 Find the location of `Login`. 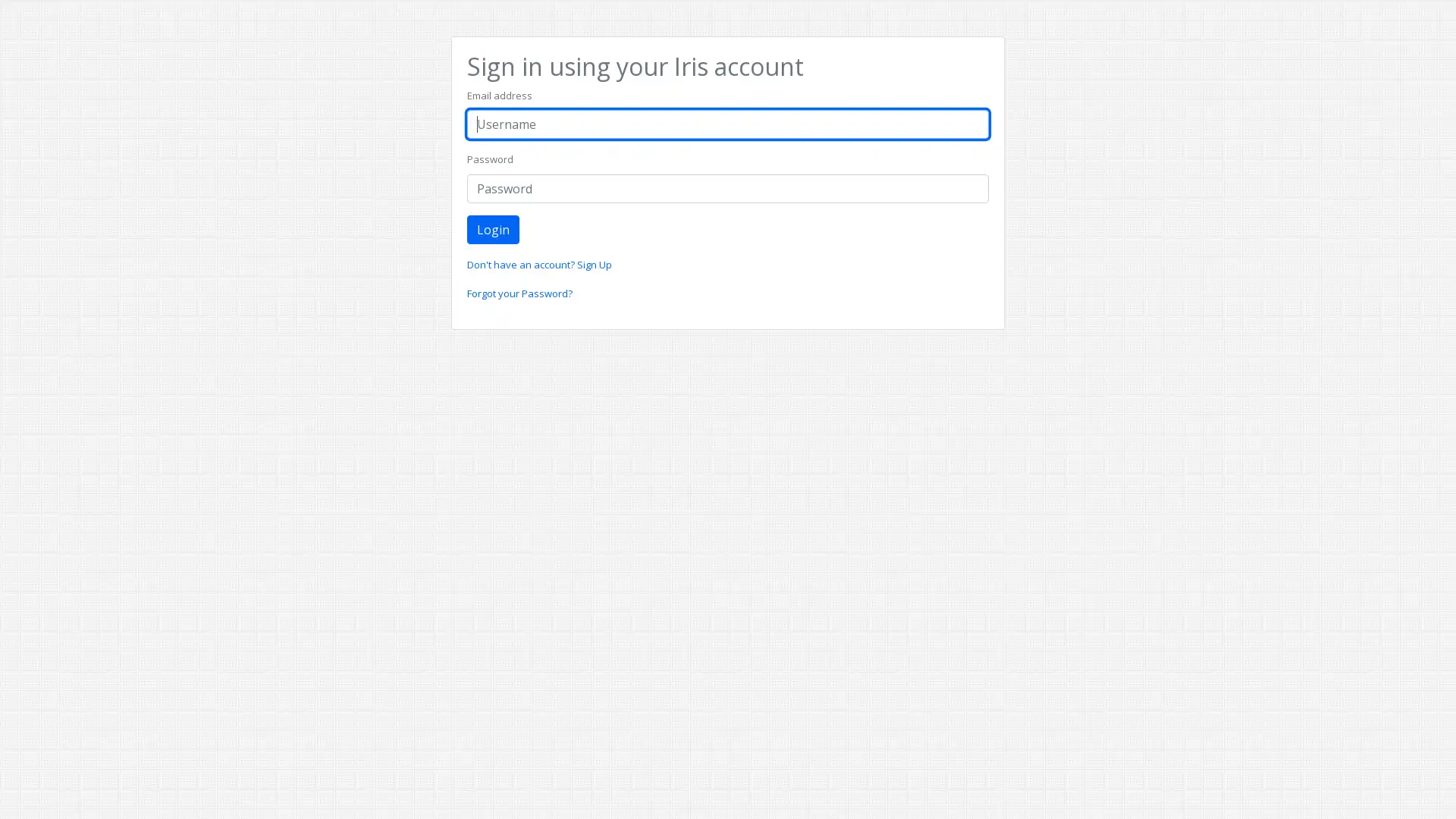

Login is located at coordinates (493, 228).